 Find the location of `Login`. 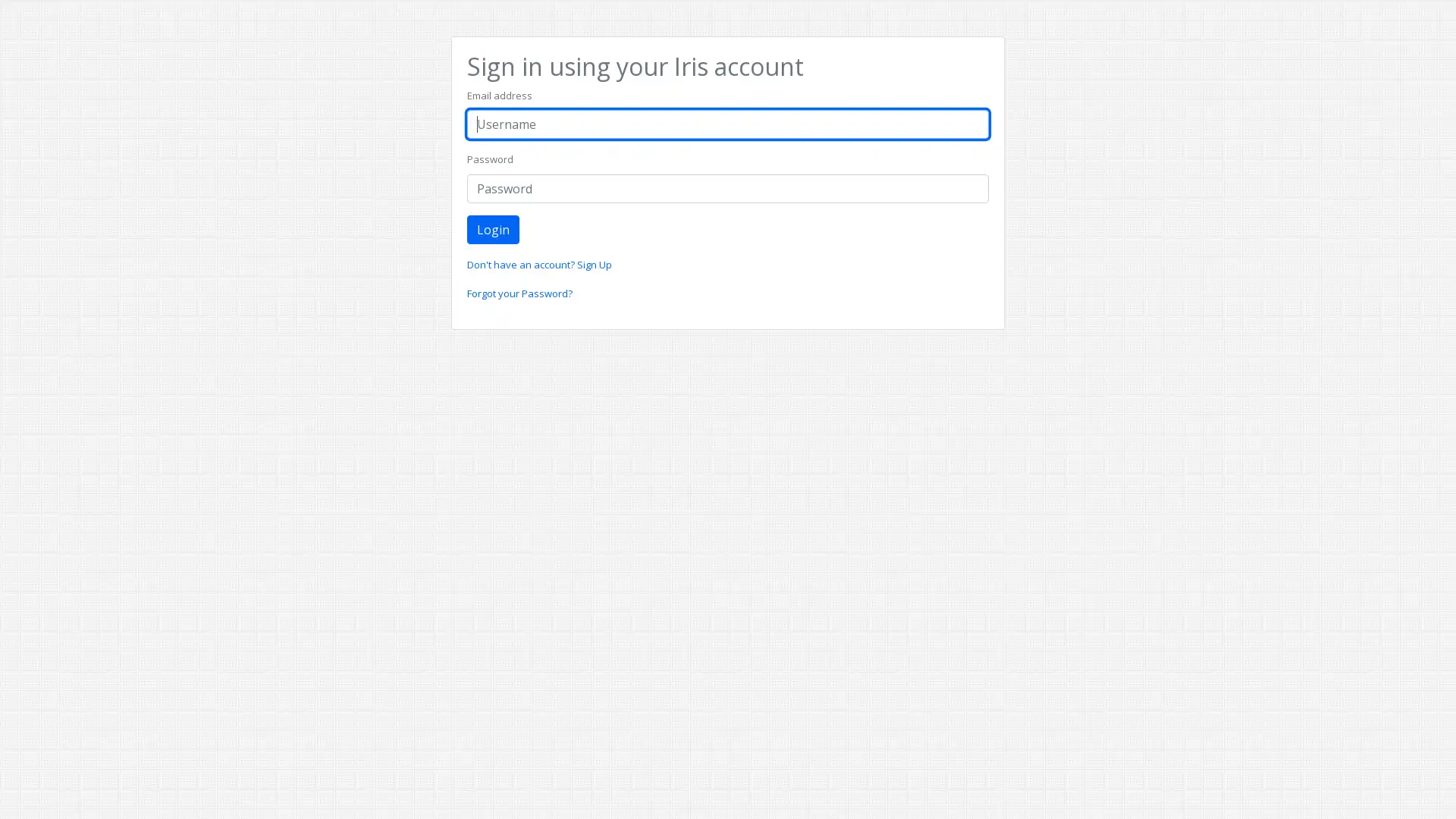

Login is located at coordinates (493, 228).